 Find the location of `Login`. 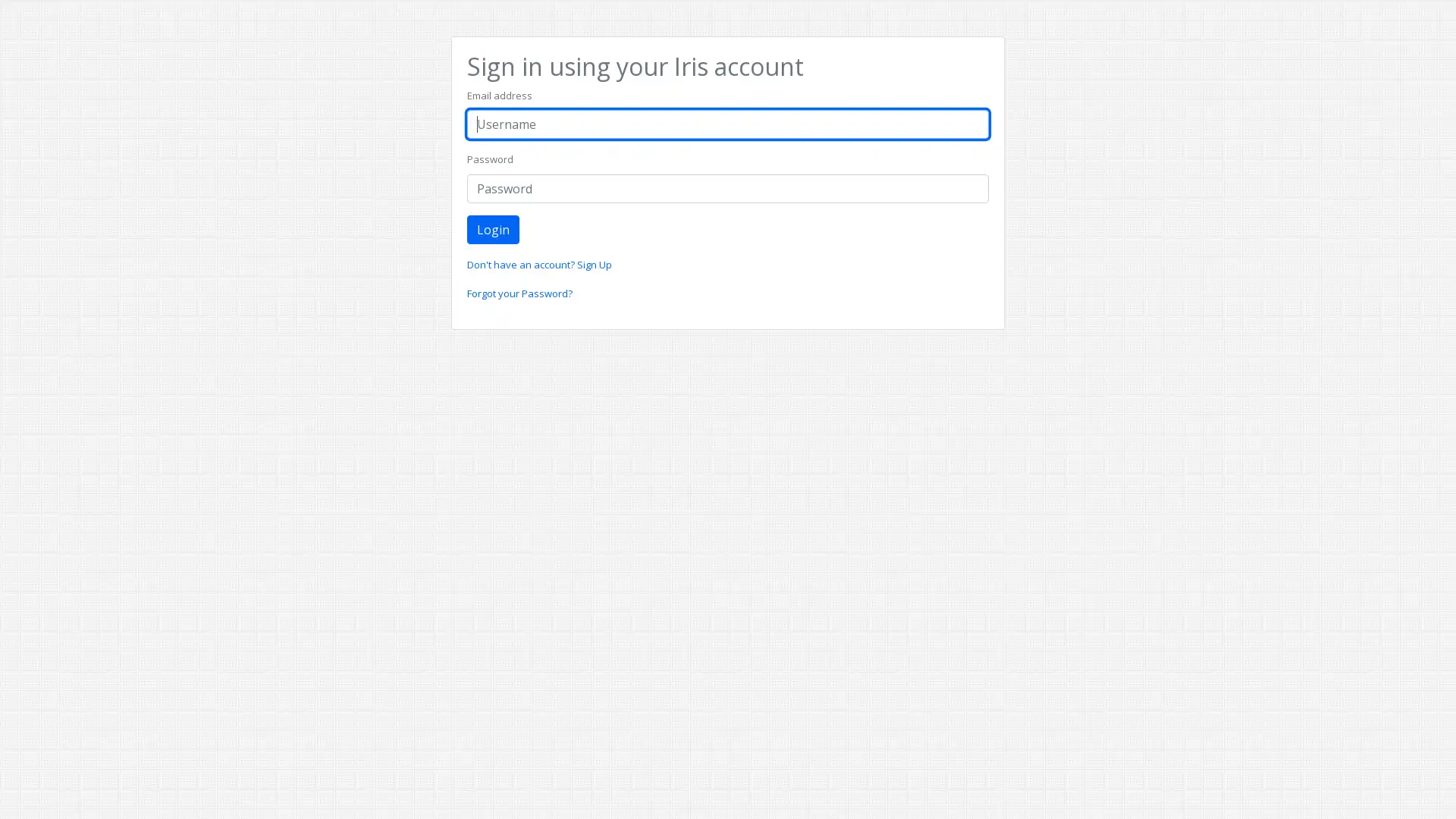

Login is located at coordinates (493, 228).